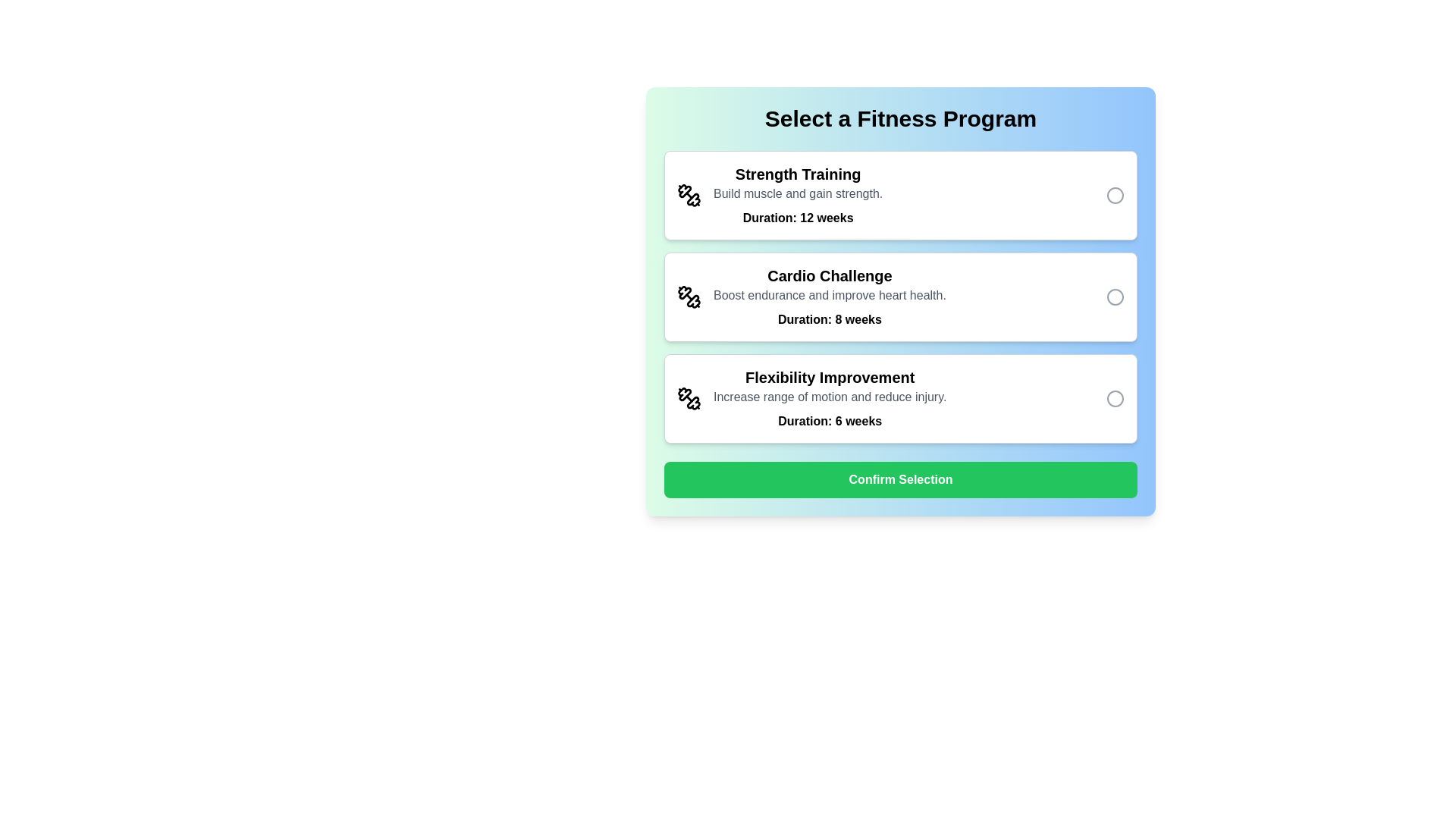 The width and height of the screenshot is (1456, 819). What do you see at coordinates (797, 218) in the screenshot?
I see `static text label that displays 'Duration: 12 weeks', located beneath the subtitle 'Build muscle and gain strength.' in the 'Strength Training' card` at bounding box center [797, 218].